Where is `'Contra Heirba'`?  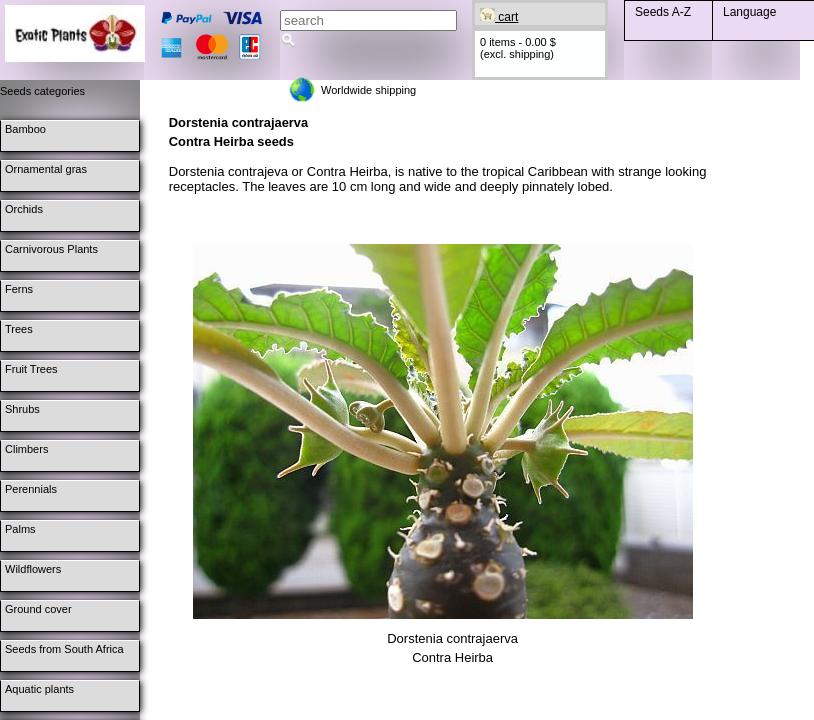 'Contra Heirba' is located at coordinates (451, 657).